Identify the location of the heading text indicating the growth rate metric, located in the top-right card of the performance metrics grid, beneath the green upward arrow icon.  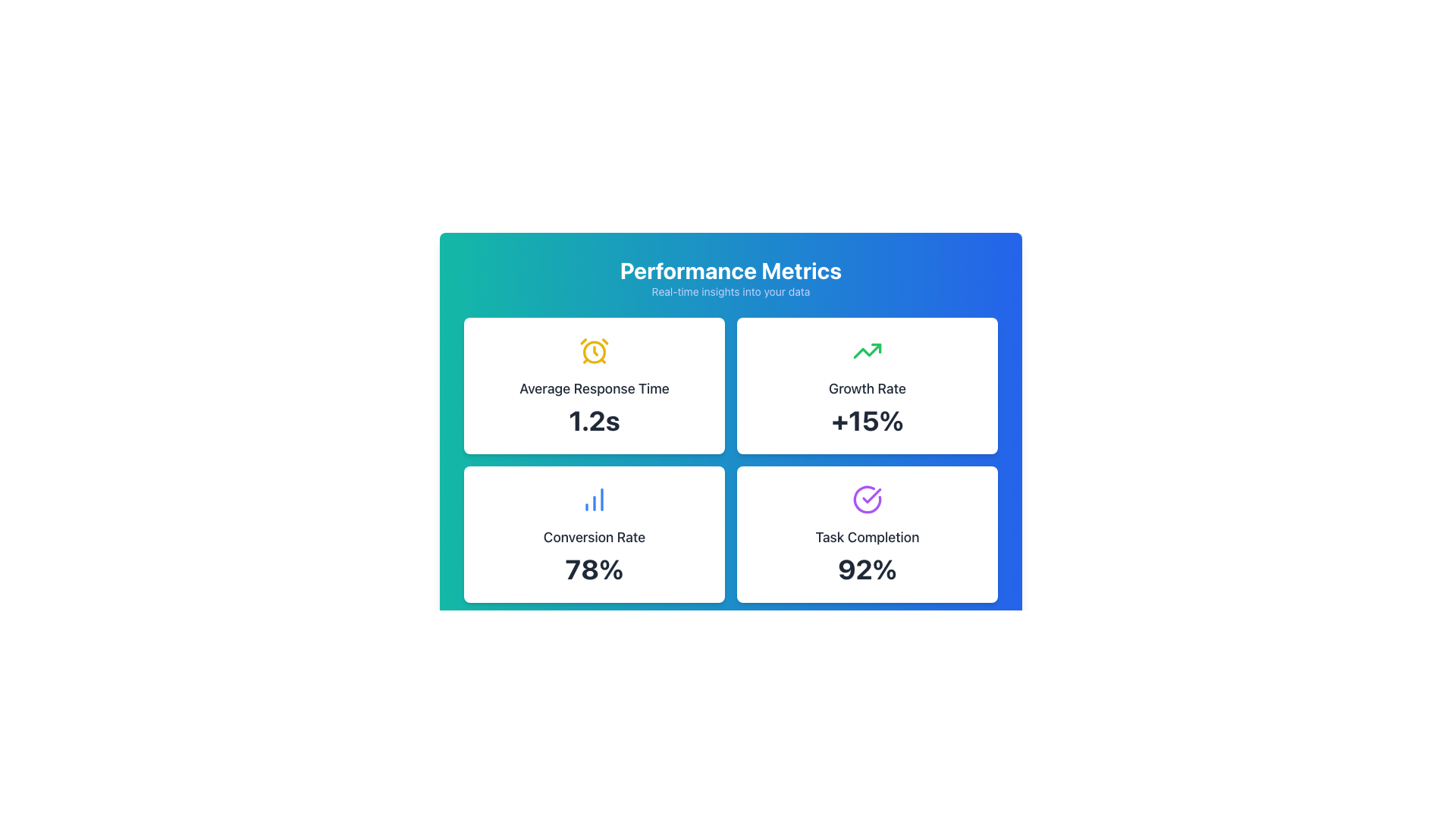
(867, 388).